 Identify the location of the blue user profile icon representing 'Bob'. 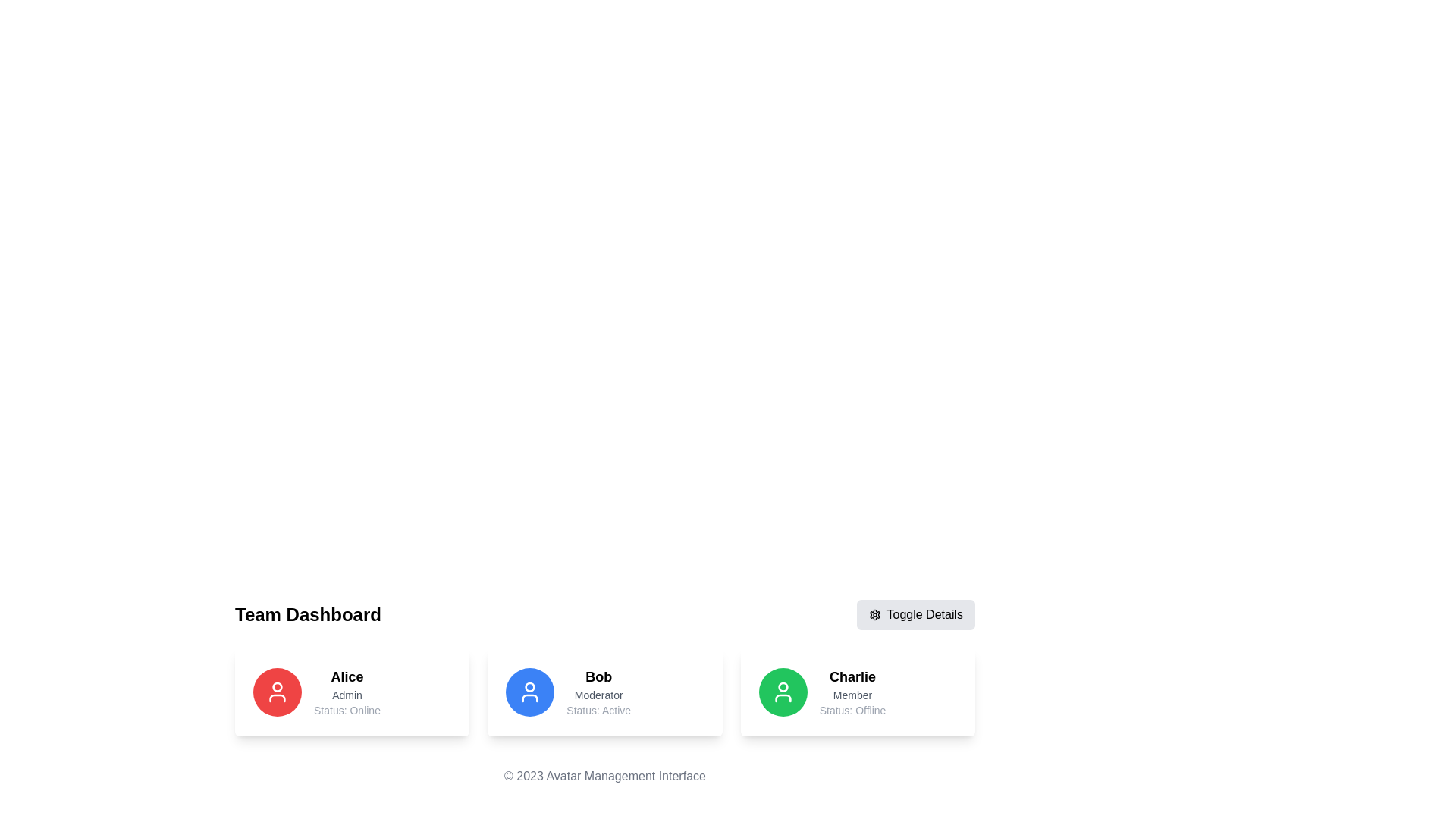
(530, 687).